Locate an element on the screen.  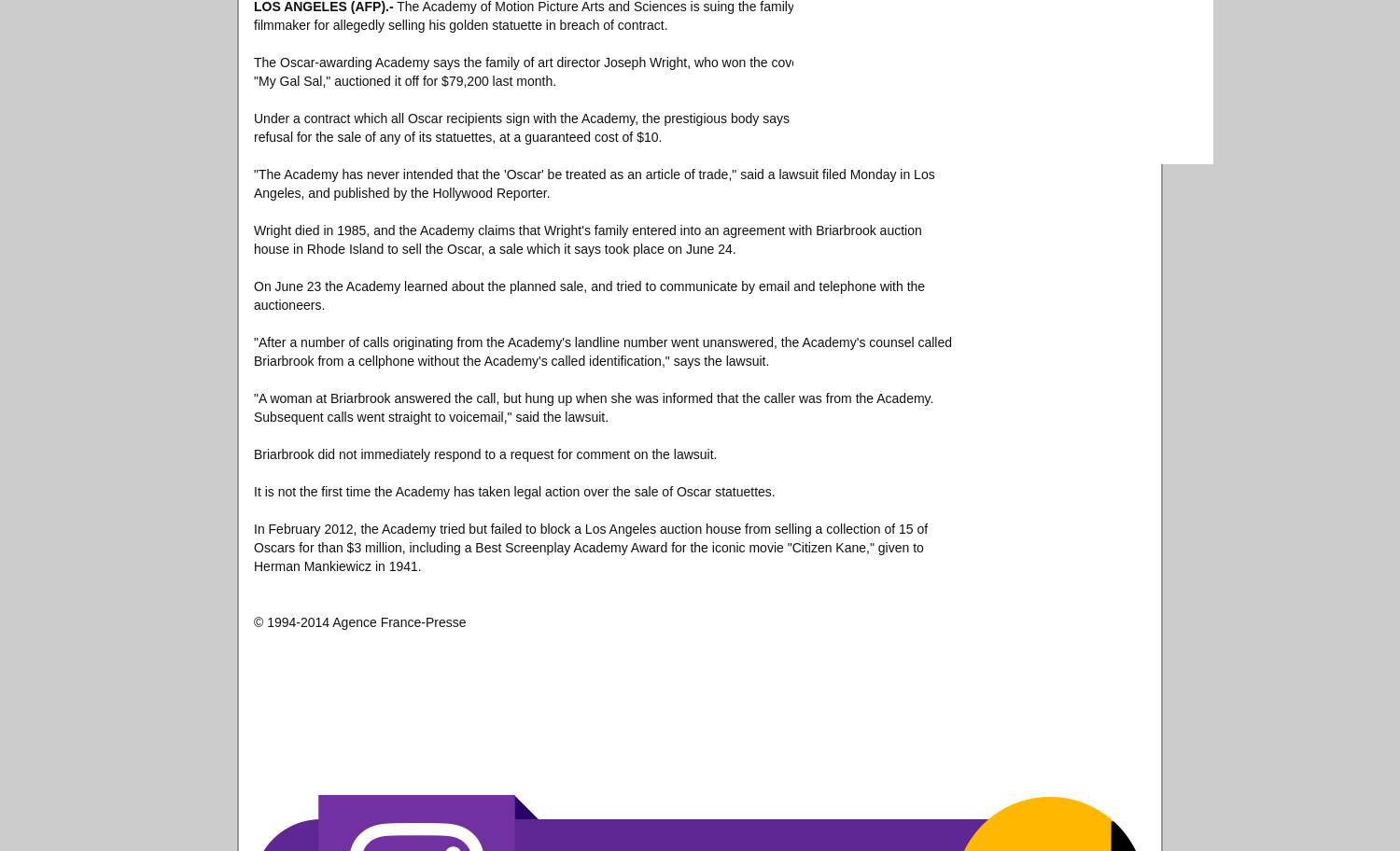
'In February 2012, the Academy tried but failed to block a Los Angeles auction house from selling a collection of 15 of Oscars for than $3 million, including a Best Screenplay Academy Award for the iconic movie "Citizen Kane," given to Herman Mankiewicz in 1941.' is located at coordinates (591, 545).